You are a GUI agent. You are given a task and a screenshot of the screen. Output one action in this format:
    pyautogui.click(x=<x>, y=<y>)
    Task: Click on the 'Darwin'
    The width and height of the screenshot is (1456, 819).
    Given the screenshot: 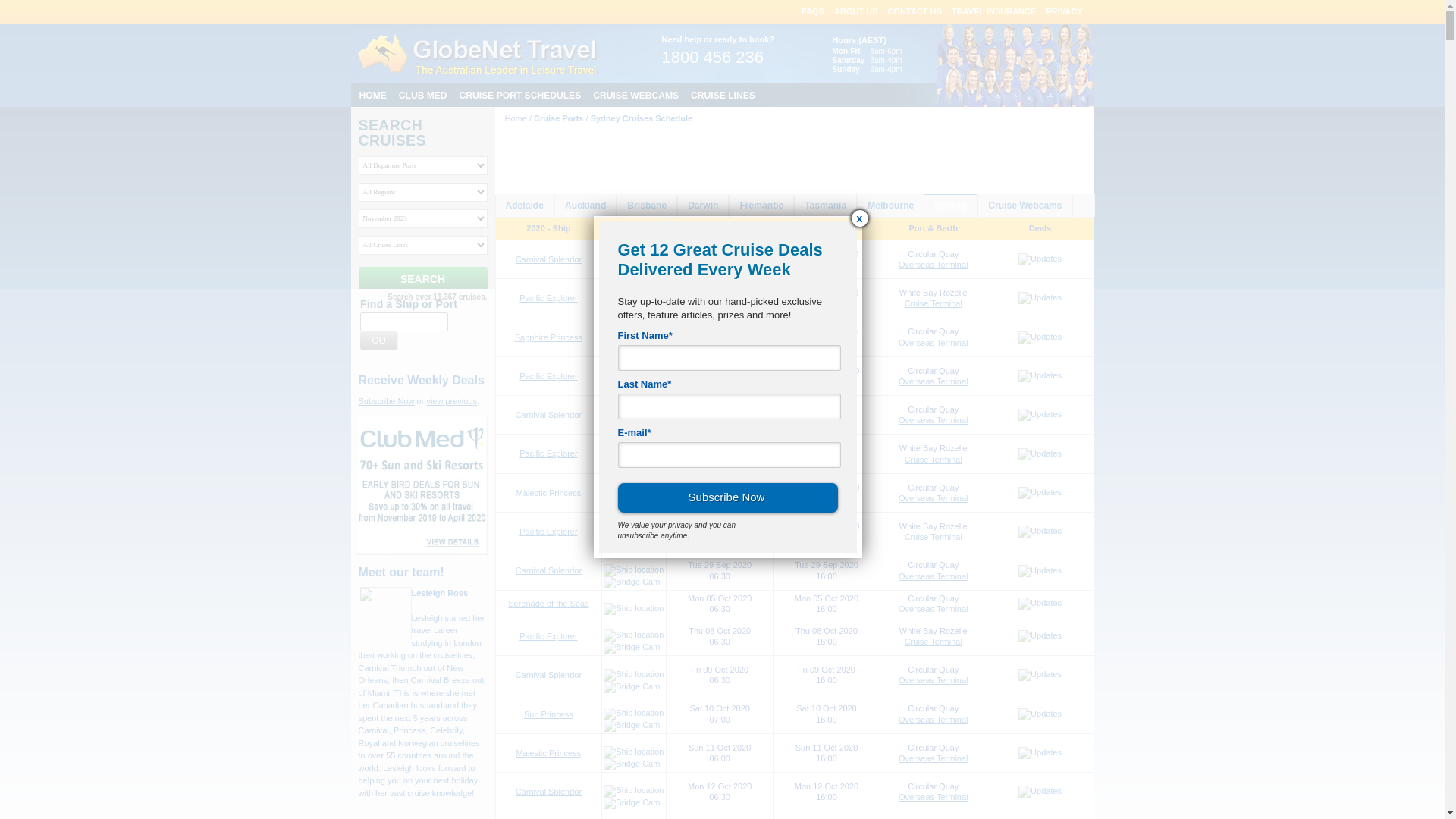 What is the action you would take?
    pyautogui.click(x=676, y=206)
    